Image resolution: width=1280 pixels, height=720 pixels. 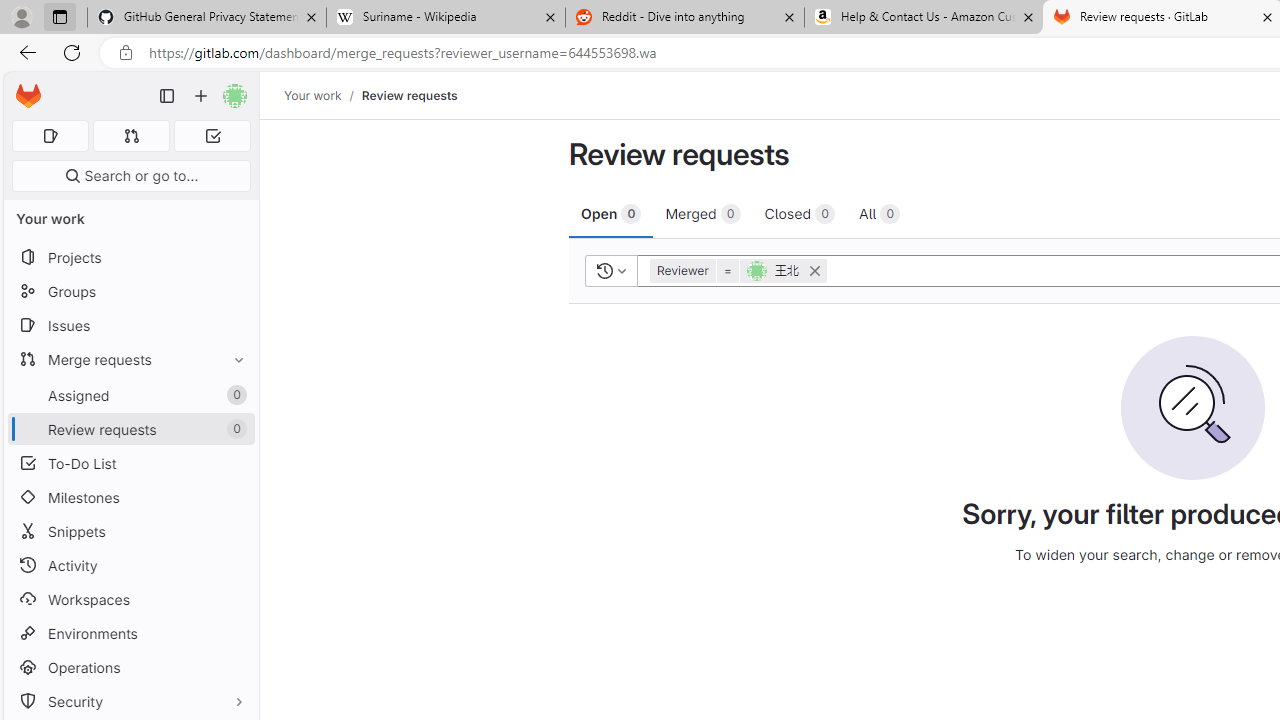 I want to click on 'Primary navigation sidebar', so click(x=167, y=96).